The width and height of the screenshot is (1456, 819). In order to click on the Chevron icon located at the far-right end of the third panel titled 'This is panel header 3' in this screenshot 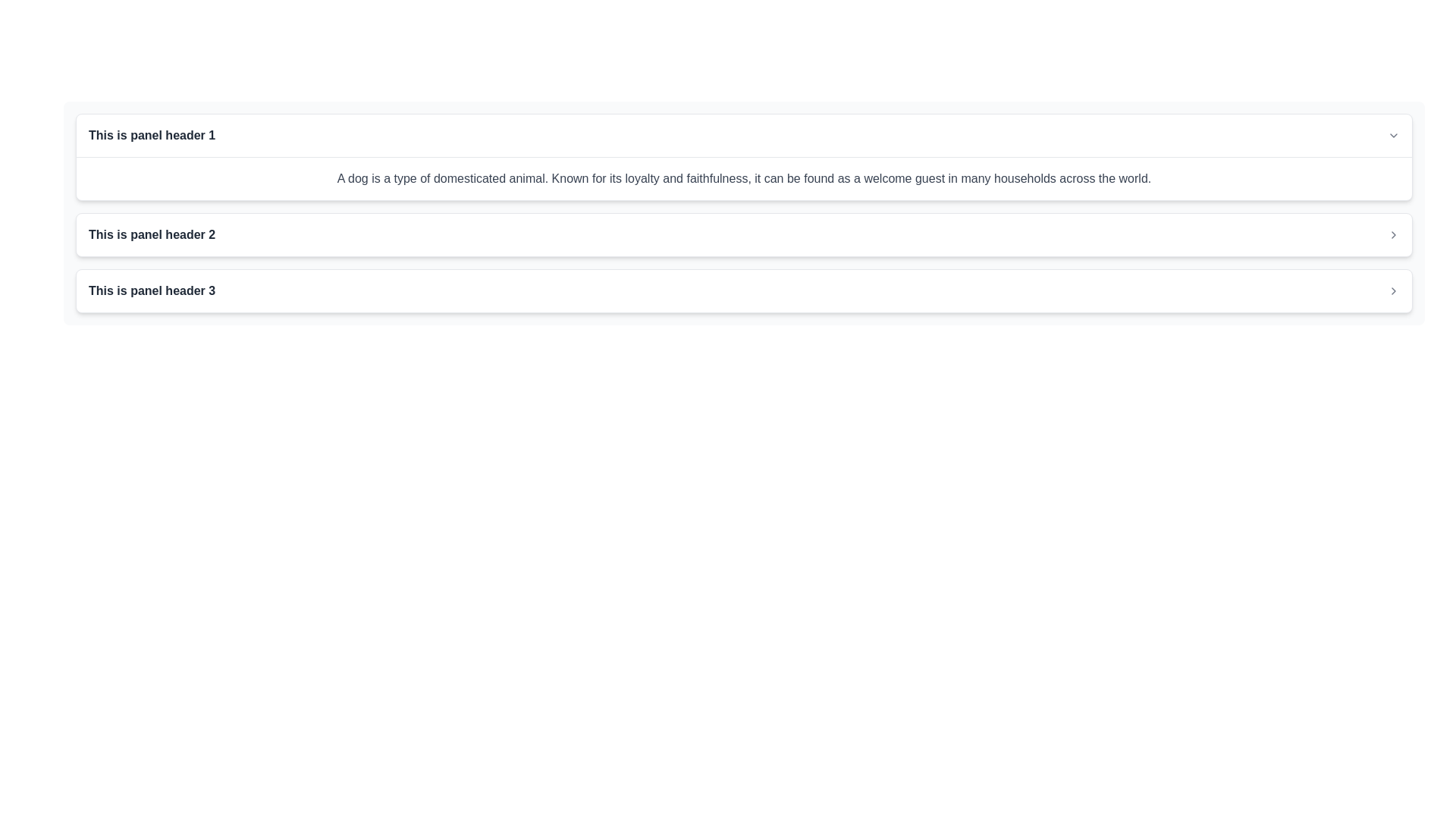, I will do `click(1394, 291)`.